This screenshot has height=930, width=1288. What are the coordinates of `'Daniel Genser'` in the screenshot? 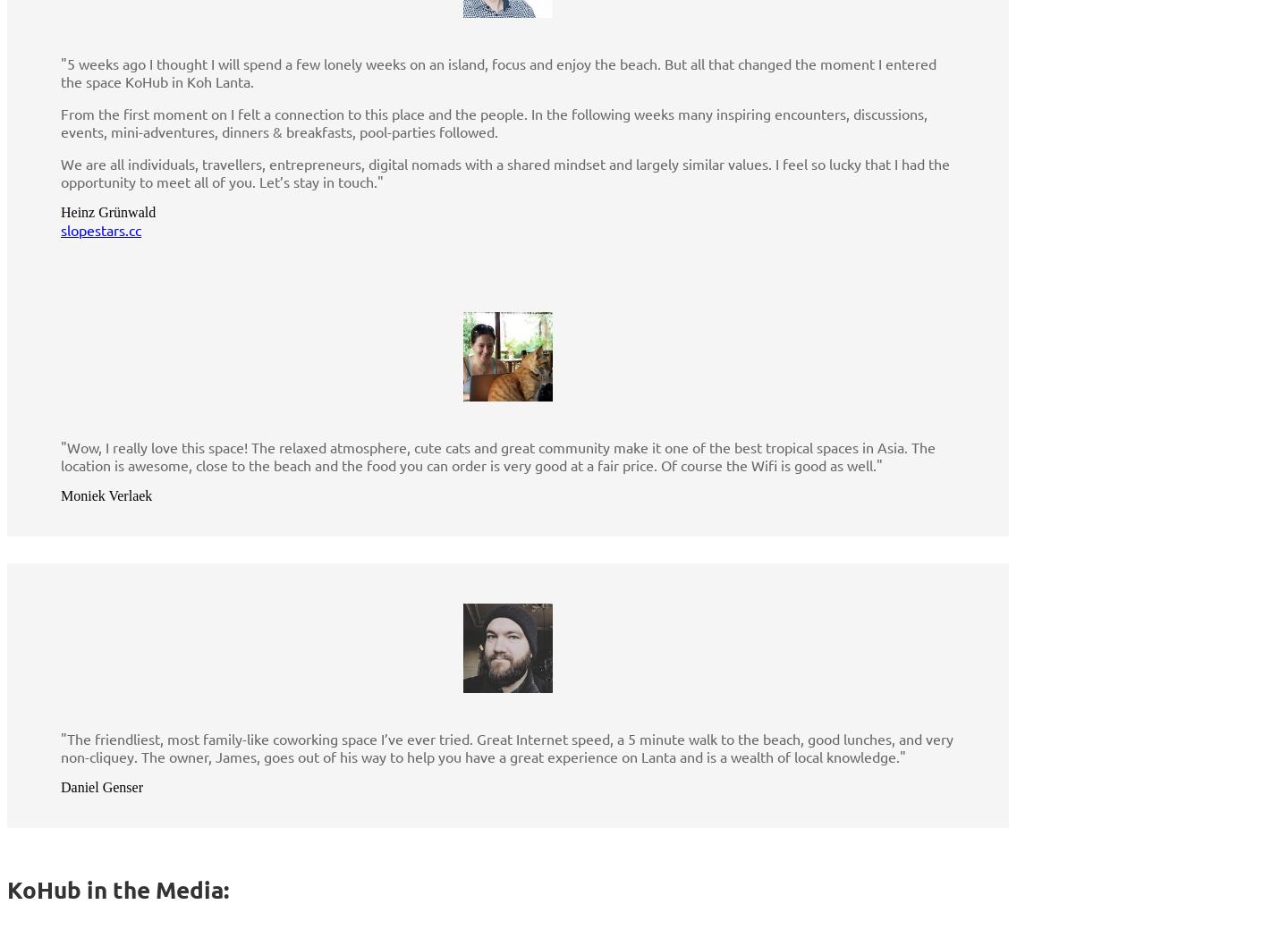 It's located at (101, 786).